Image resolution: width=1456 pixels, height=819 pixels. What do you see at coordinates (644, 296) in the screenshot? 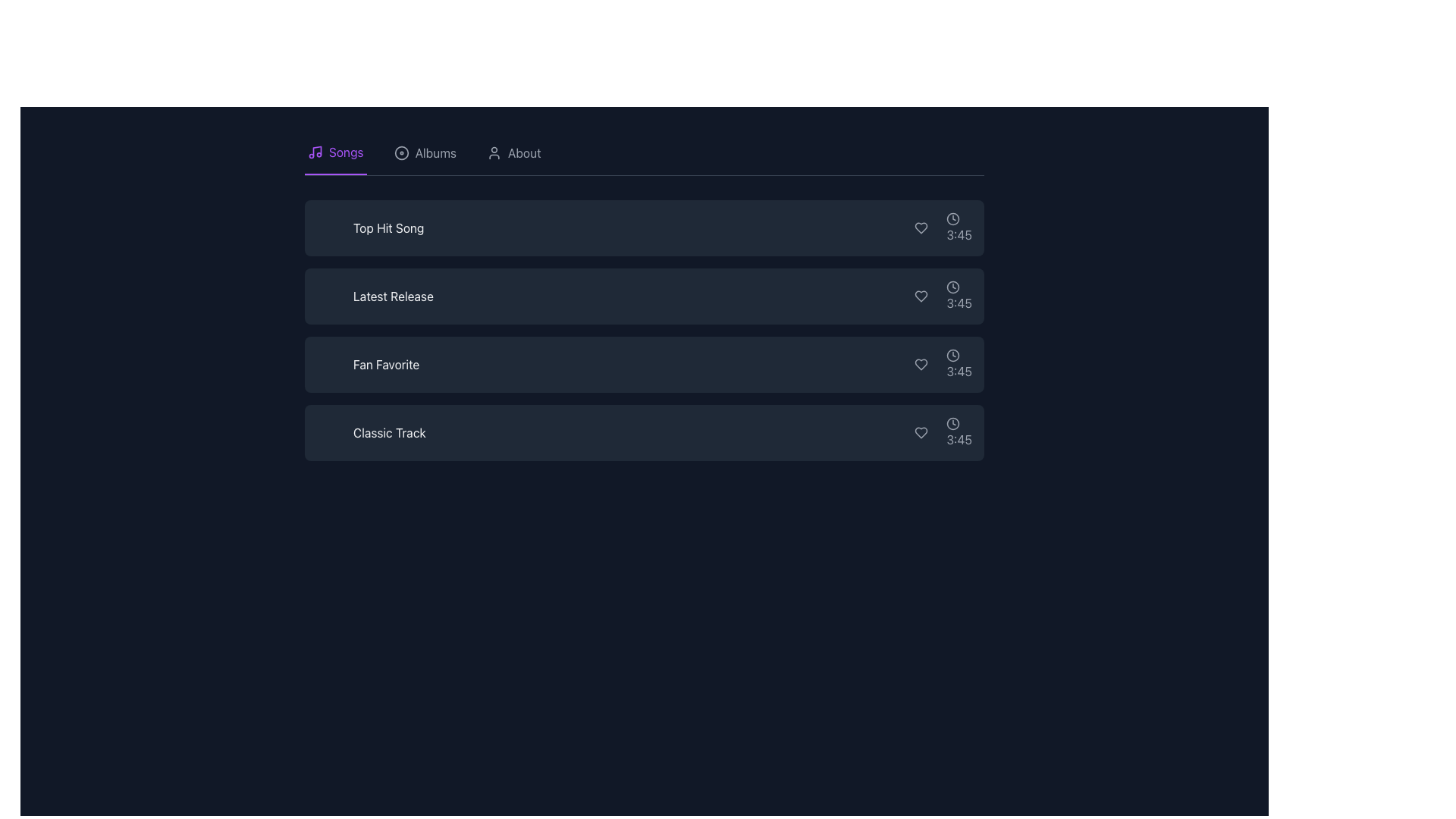
I see `the interactive list item representing the song titled 'Latest Release'` at bounding box center [644, 296].